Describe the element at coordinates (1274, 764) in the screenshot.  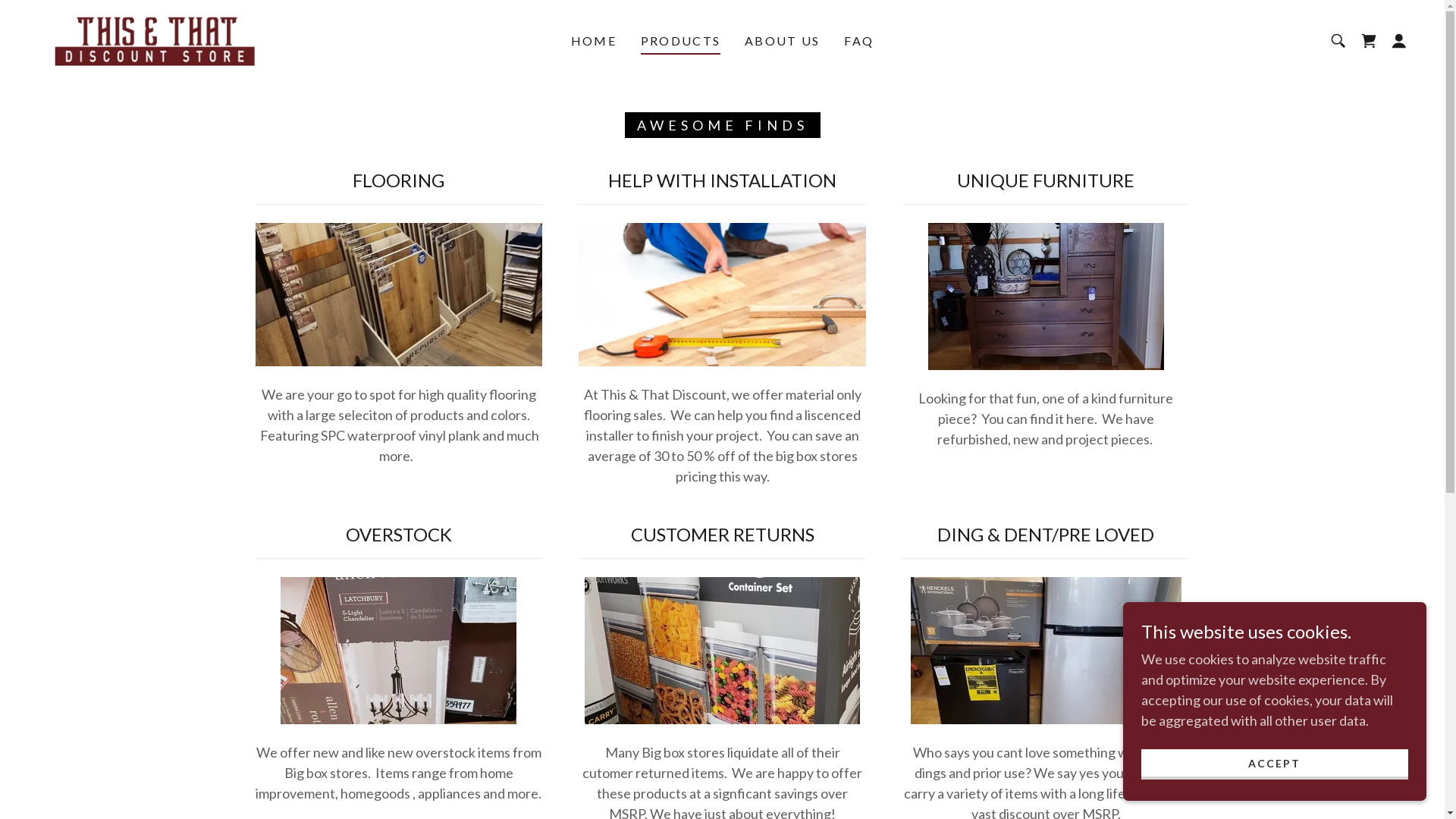
I see `'ACCEPT'` at that location.